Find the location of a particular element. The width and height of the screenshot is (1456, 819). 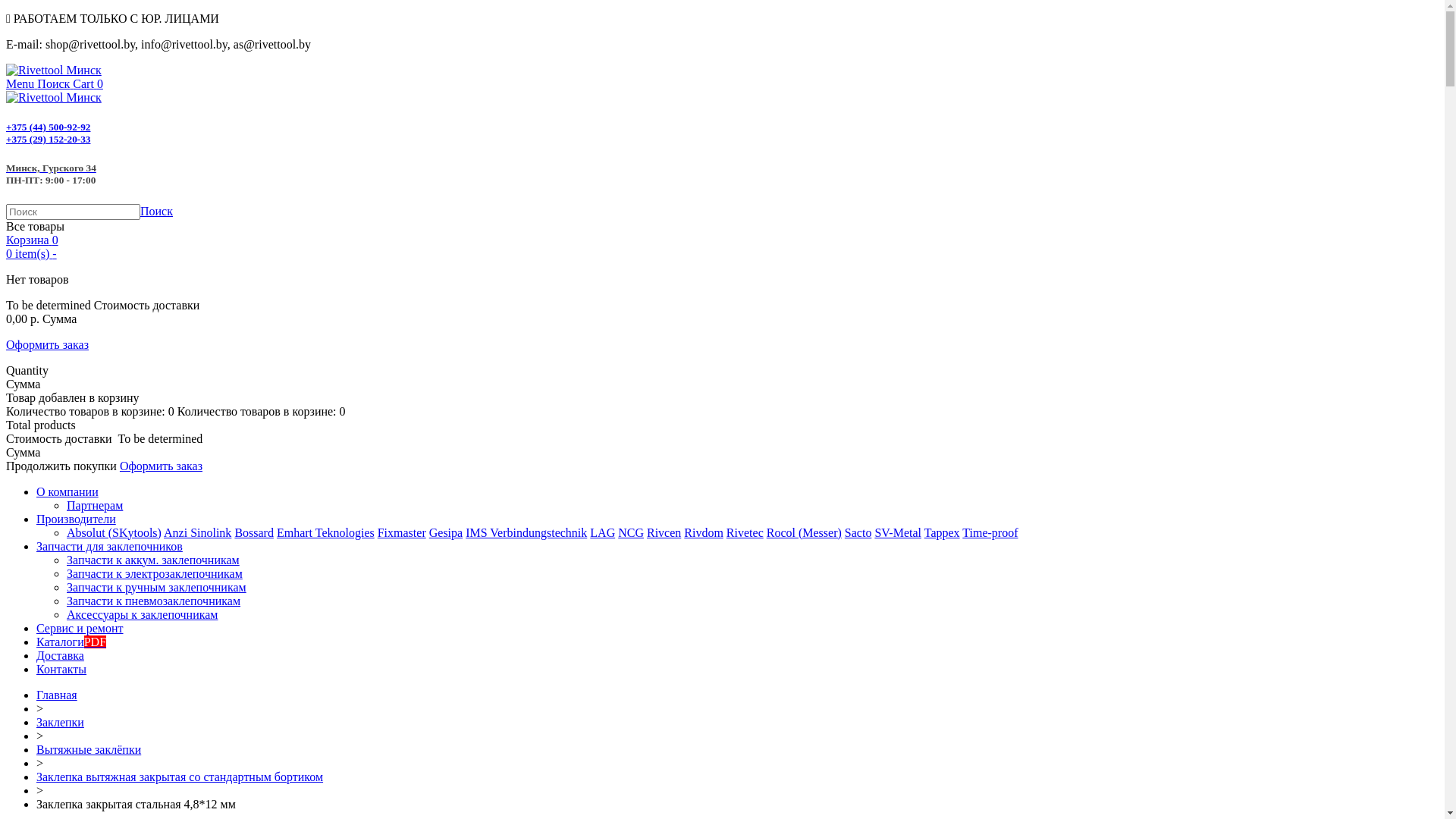

'Emhart Teknologies' is located at coordinates (325, 532).